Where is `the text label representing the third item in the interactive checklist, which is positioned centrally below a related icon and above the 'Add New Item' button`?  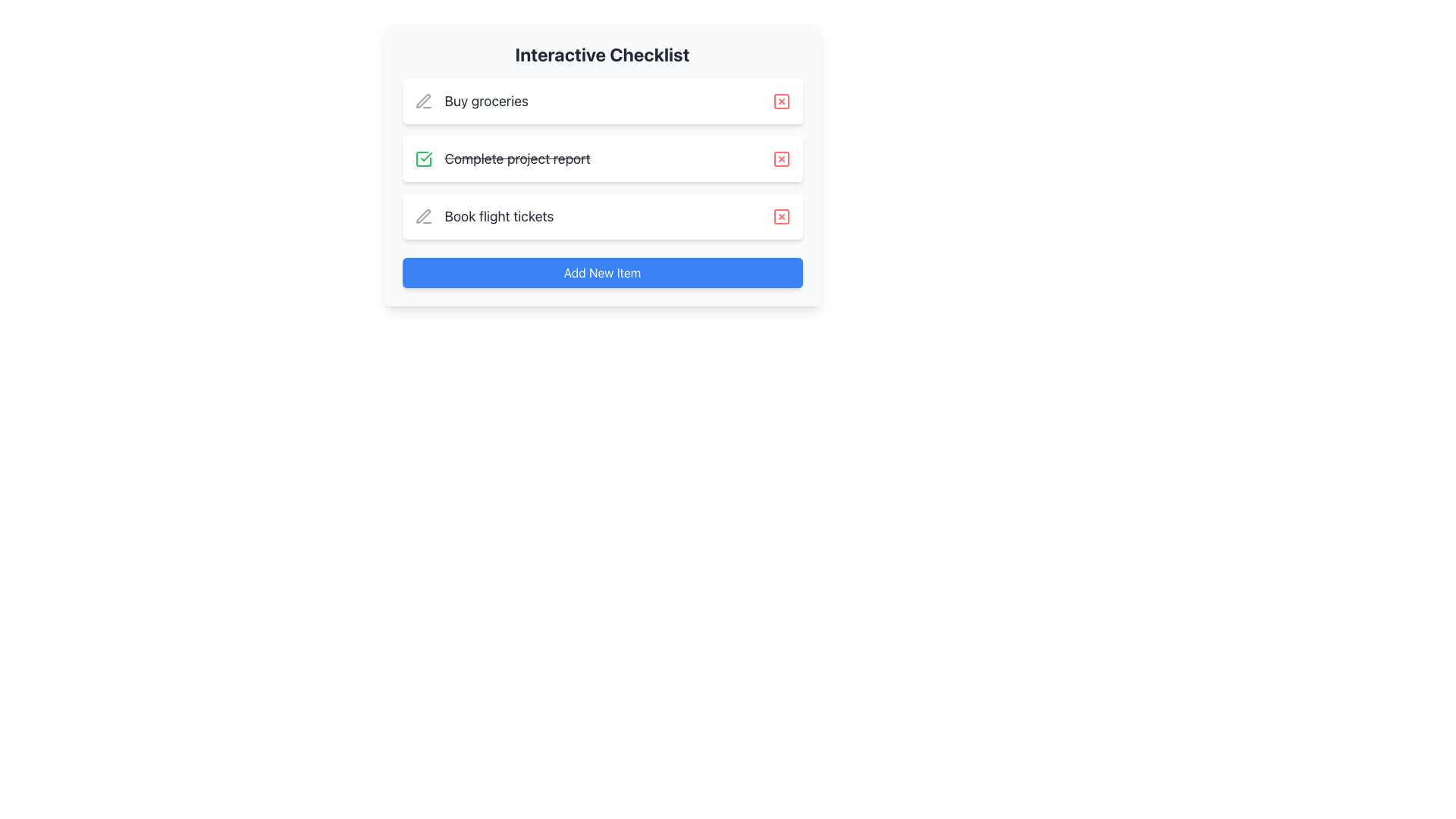
the text label representing the third item in the interactive checklist, which is positioned centrally below a related icon and above the 'Add New Item' button is located at coordinates (499, 216).